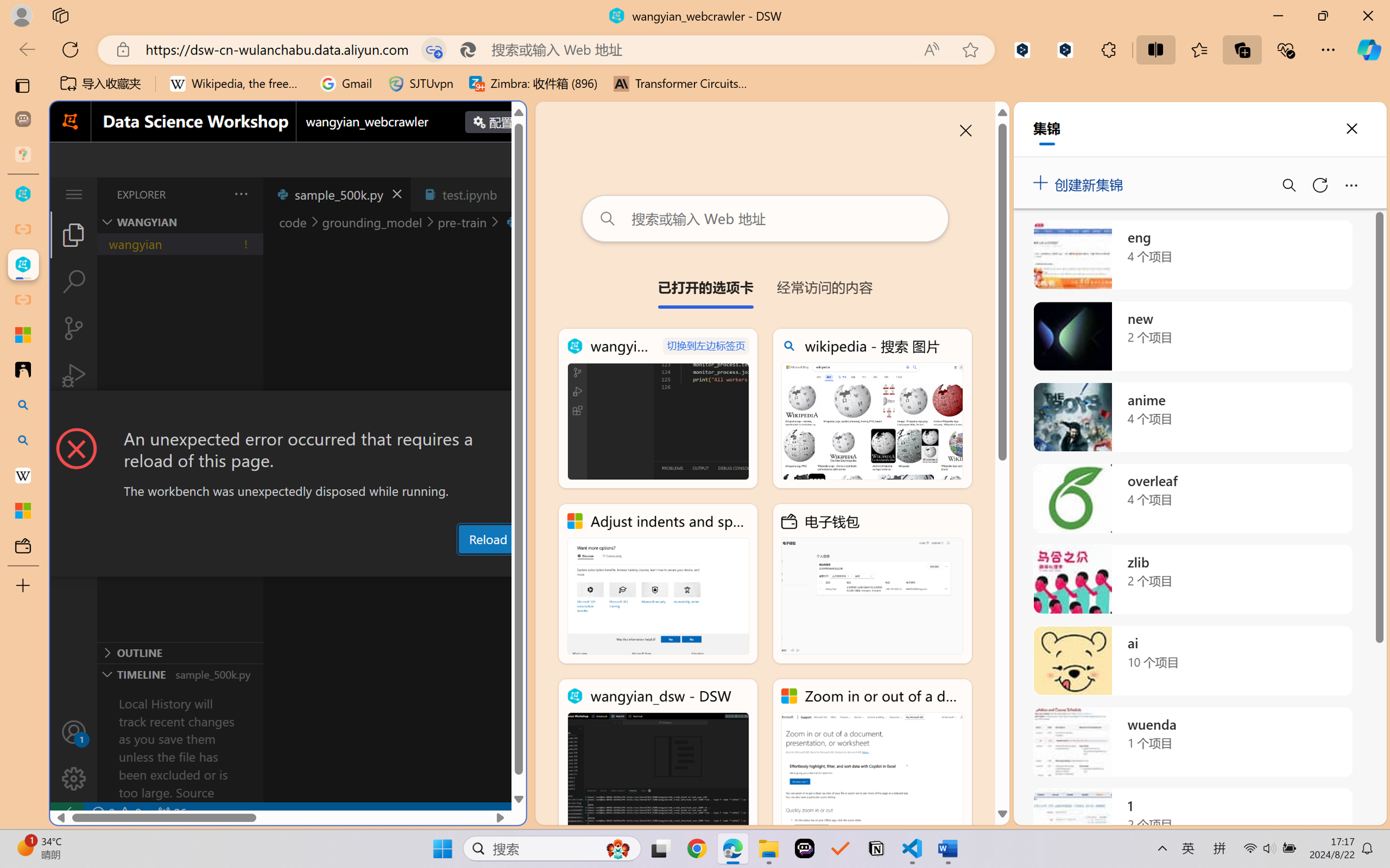 The height and width of the screenshot is (868, 1390). Describe the element at coordinates (240, 193) in the screenshot. I see `'Views and More Actions...'` at that location.